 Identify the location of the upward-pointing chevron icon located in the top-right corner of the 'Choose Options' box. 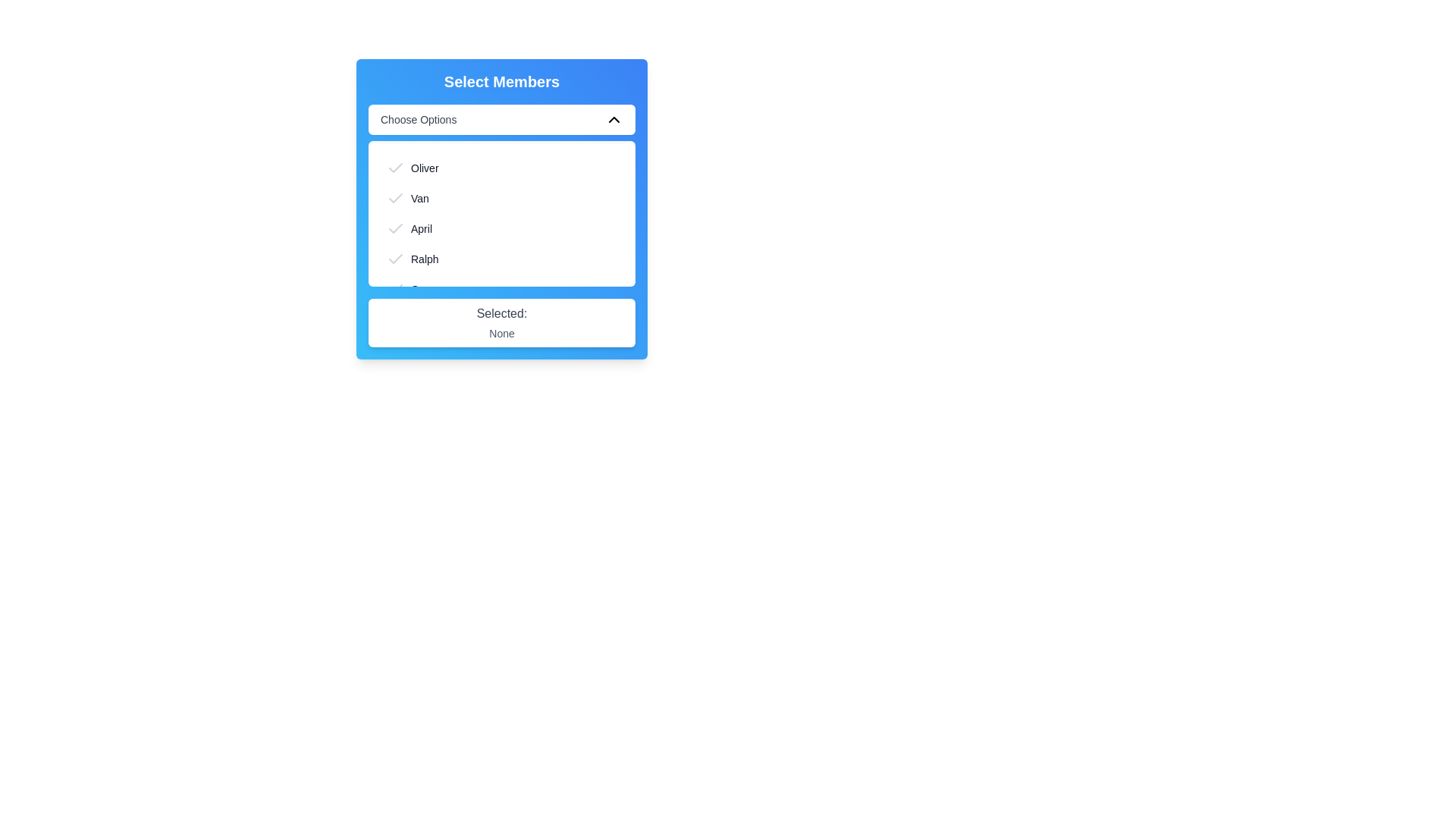
(614, 119).